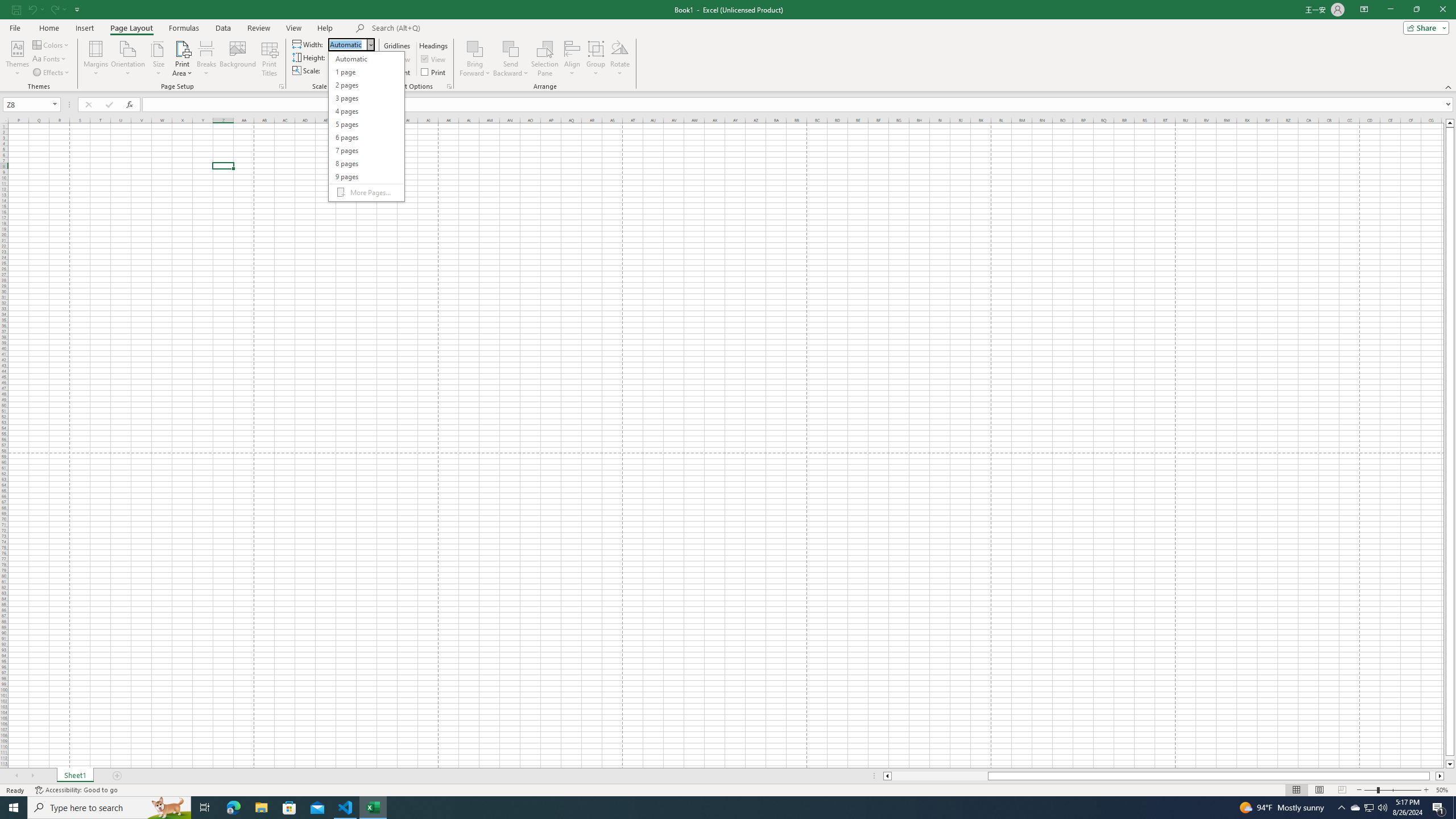 This screenshot has height=819, width=1456. I want to click on 'Breaks', so click(206, 59).